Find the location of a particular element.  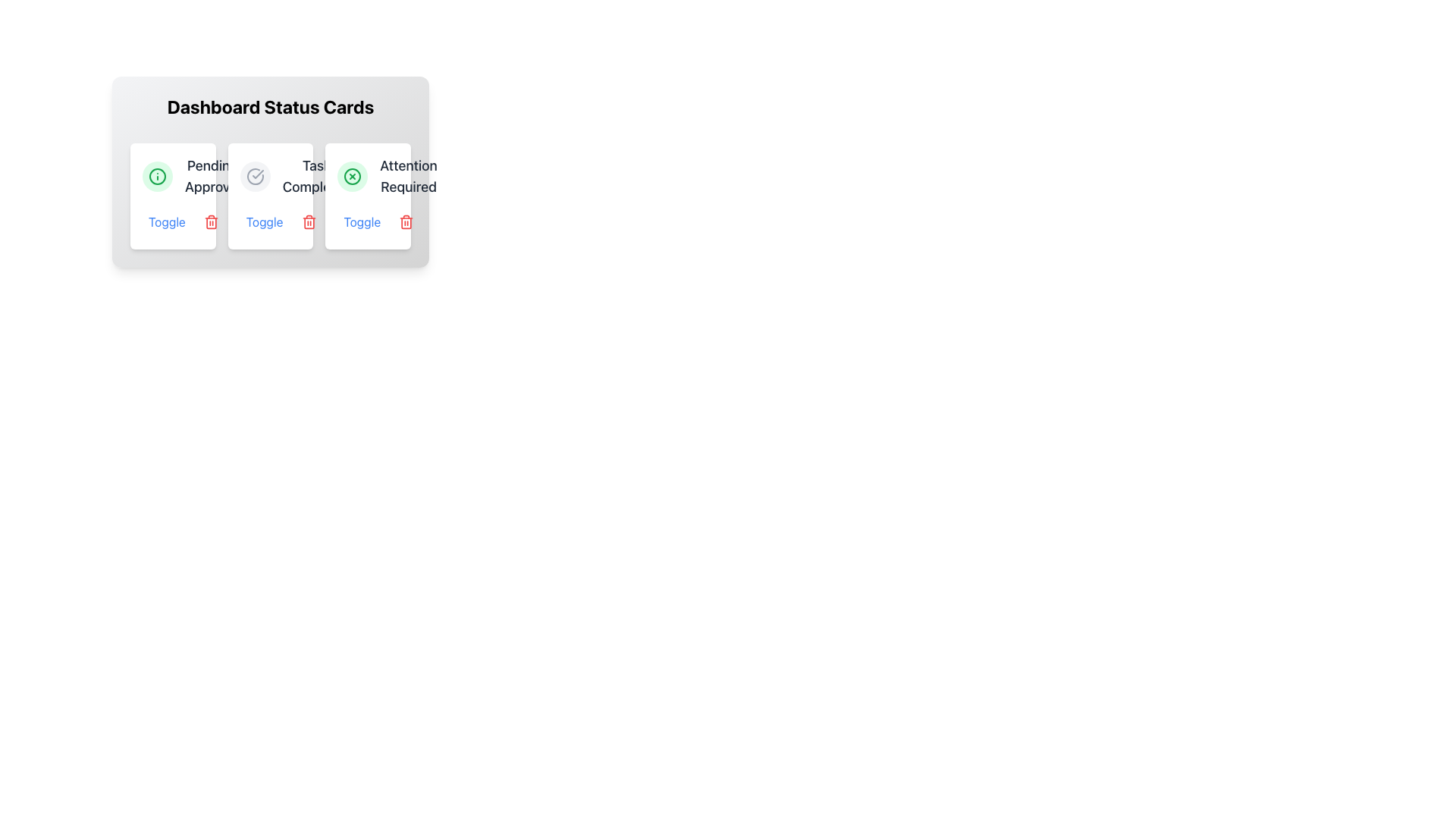

the delete button located in the bottom right corner of the 'Dashboard Status Cards' section, below the 'Pending Approval' text is located at coordinates (210, 222).